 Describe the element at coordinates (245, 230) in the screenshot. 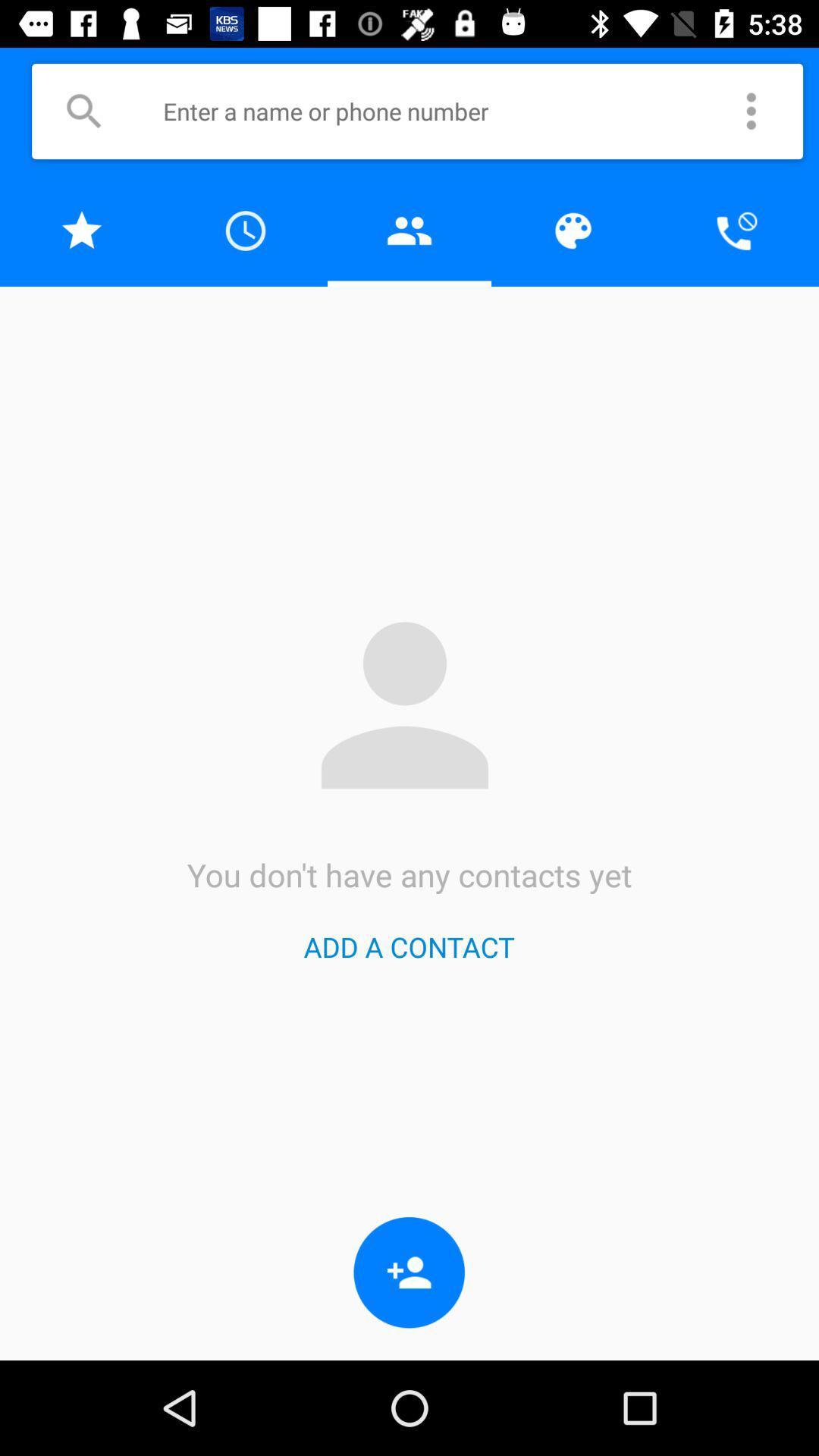

I see `navigate to call history` at that location.